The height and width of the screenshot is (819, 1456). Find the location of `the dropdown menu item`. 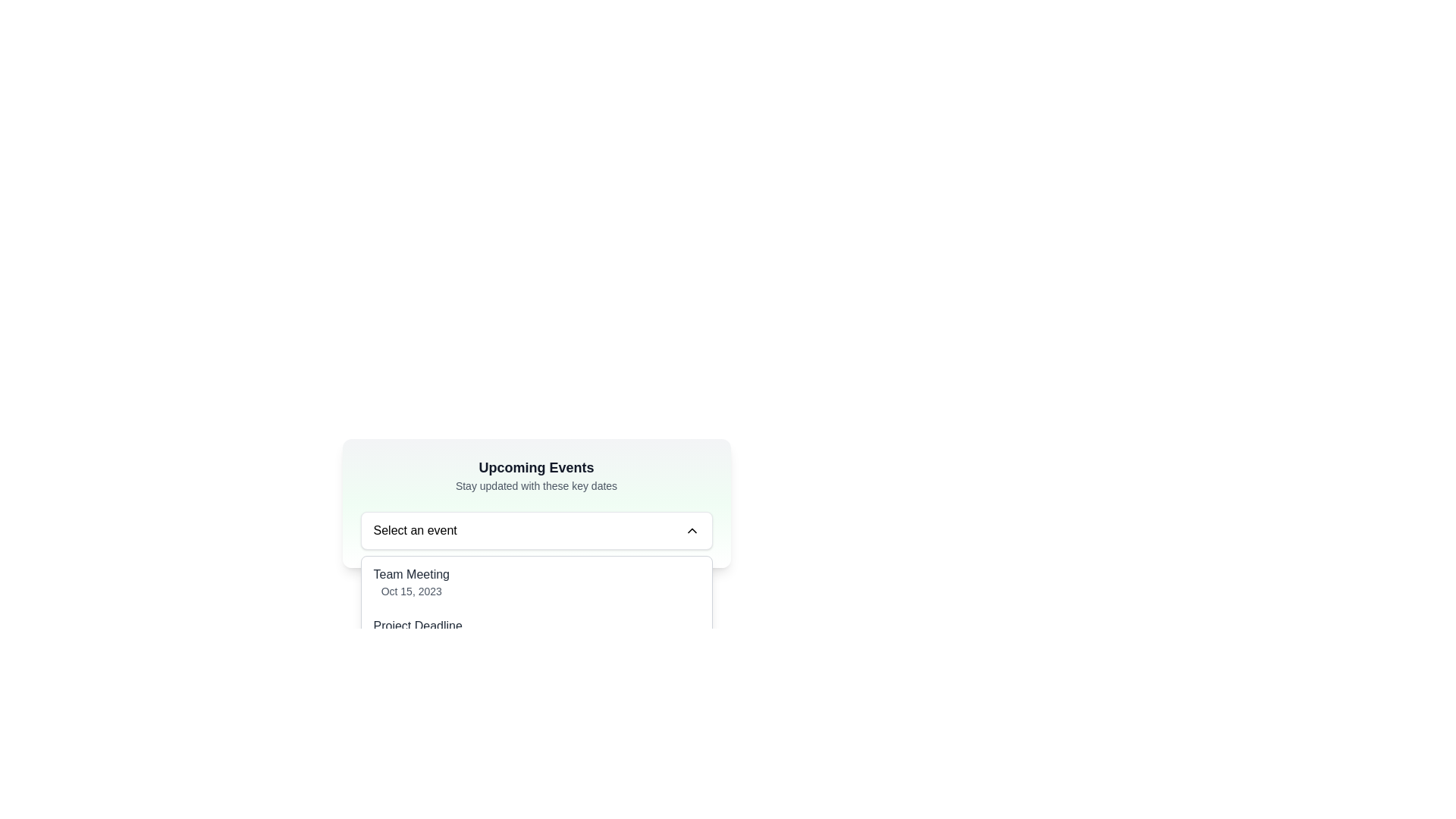

the dropdown menu item is located at coordinates (536, 634).